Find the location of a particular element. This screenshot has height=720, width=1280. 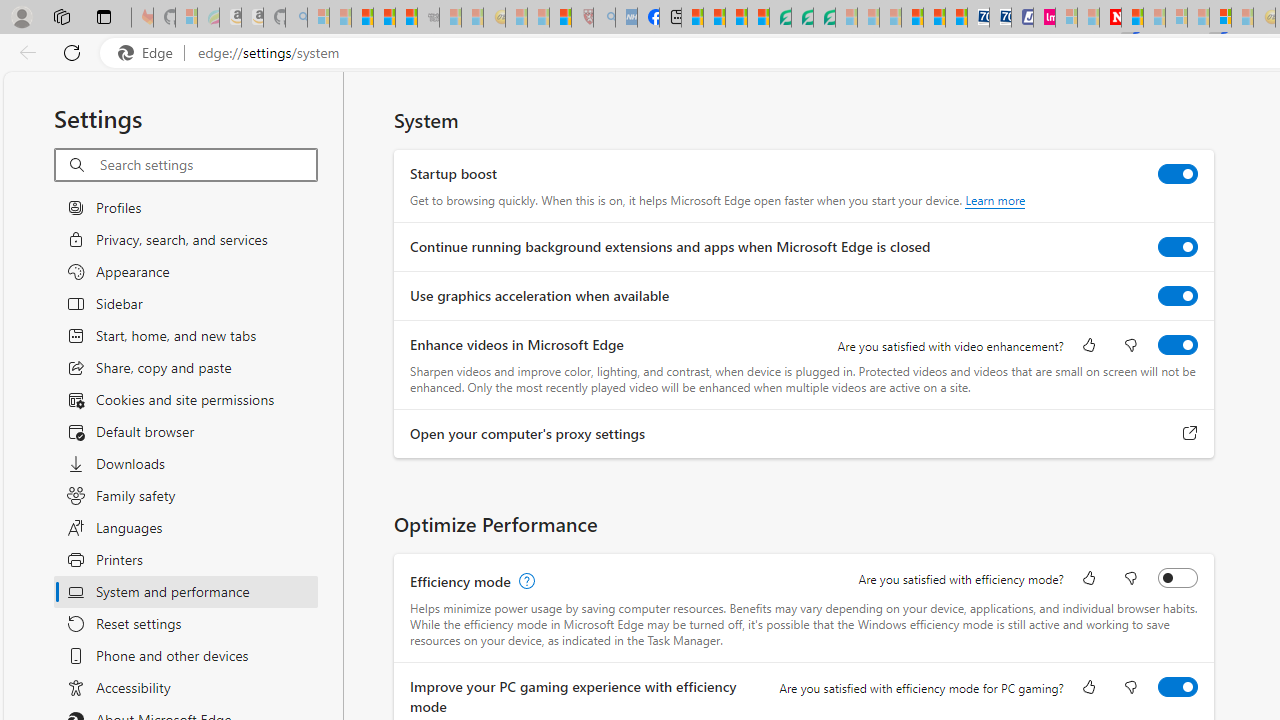

'Jobs - lastminute.com Investor Portal' is located at coordinates (1043, 17).